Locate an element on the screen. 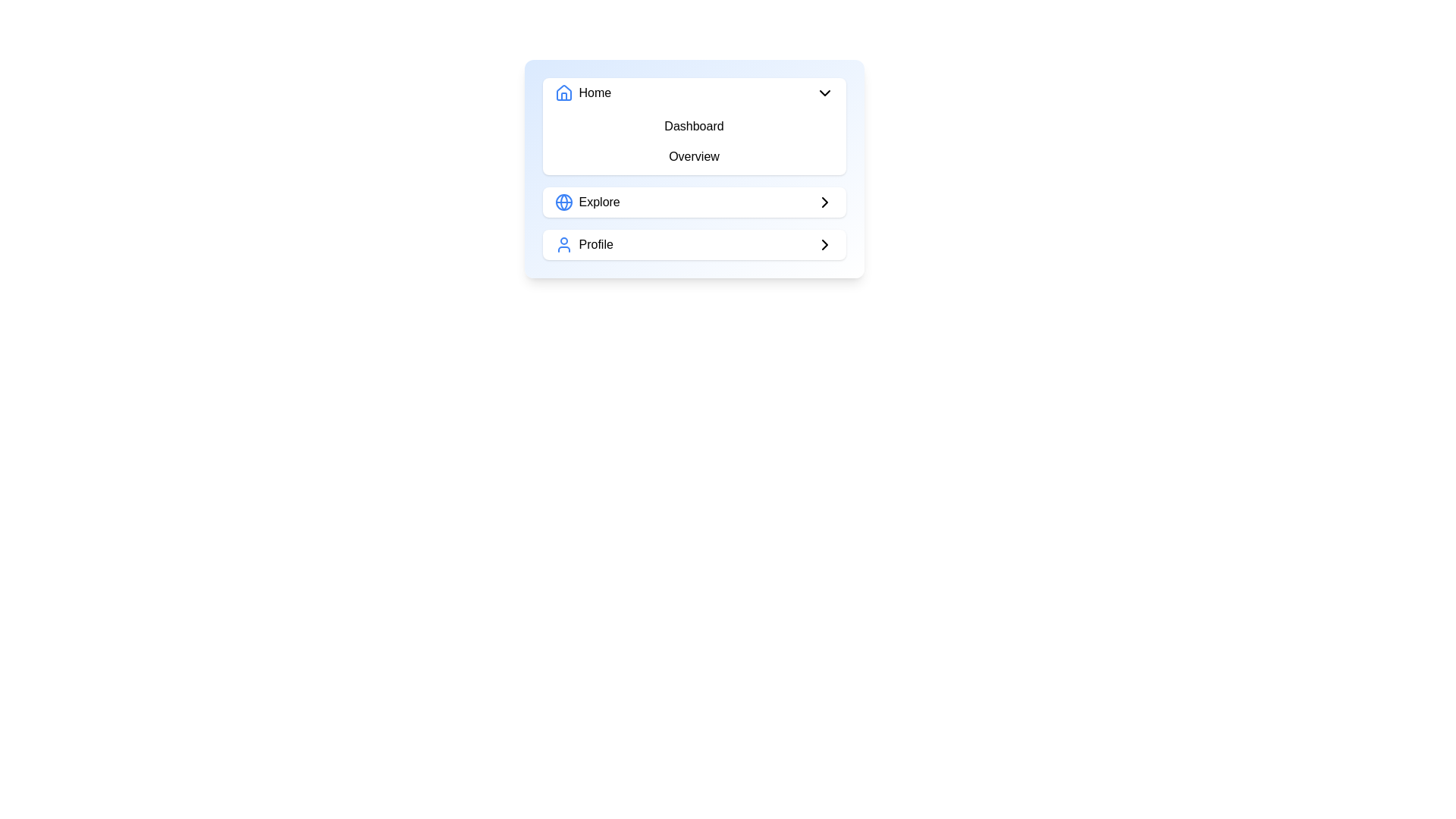 Image resolution: width=1456 pixels, height=819 pixels. the user profile icon, which is a blue circular head and shoulders line drawing located next to the 'Profile' label in the vertical navigation list is located at coordinates (563, 244).